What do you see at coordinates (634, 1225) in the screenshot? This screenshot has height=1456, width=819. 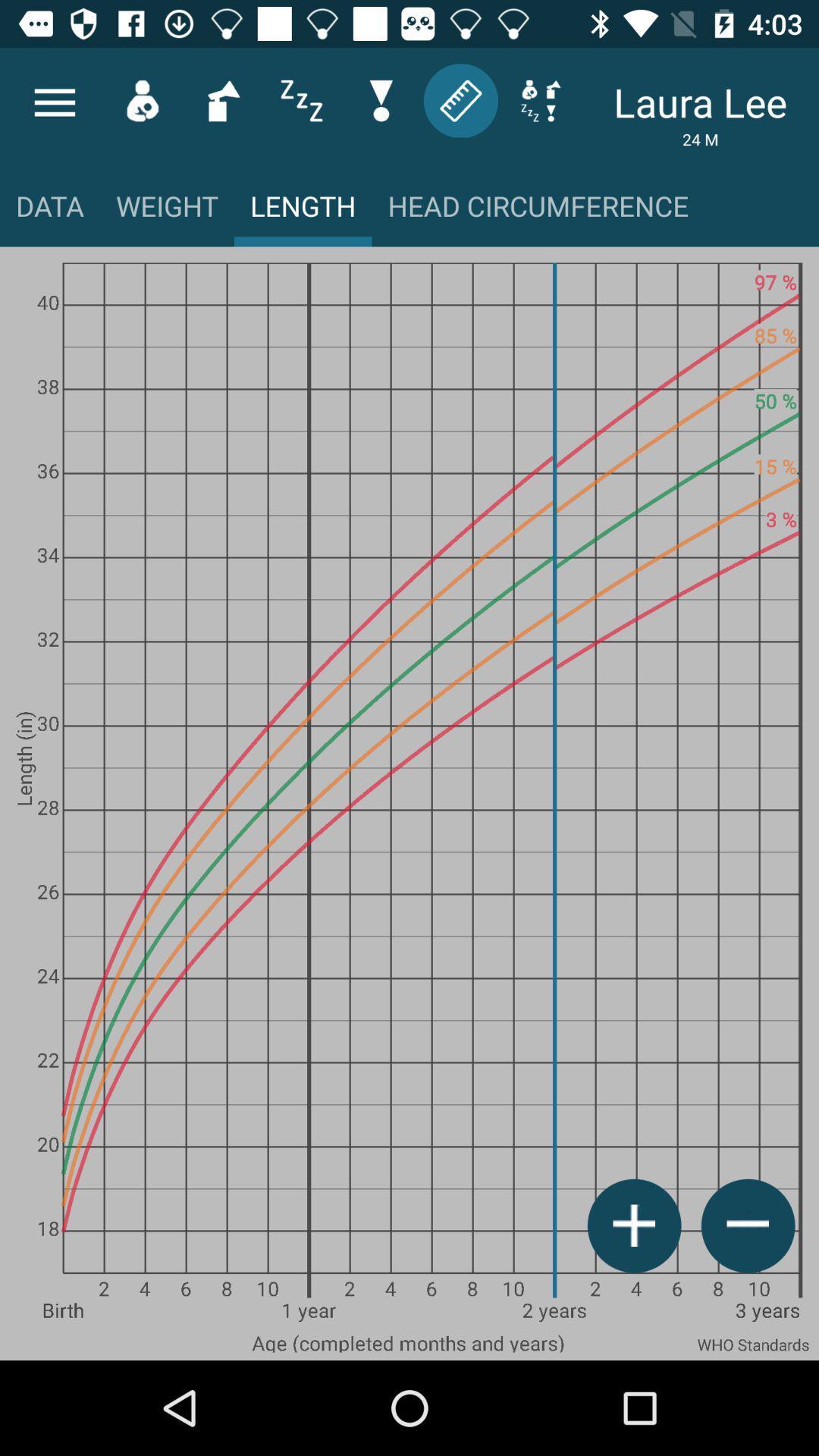 I see `the add icon` at bounding box center [634, 1225].